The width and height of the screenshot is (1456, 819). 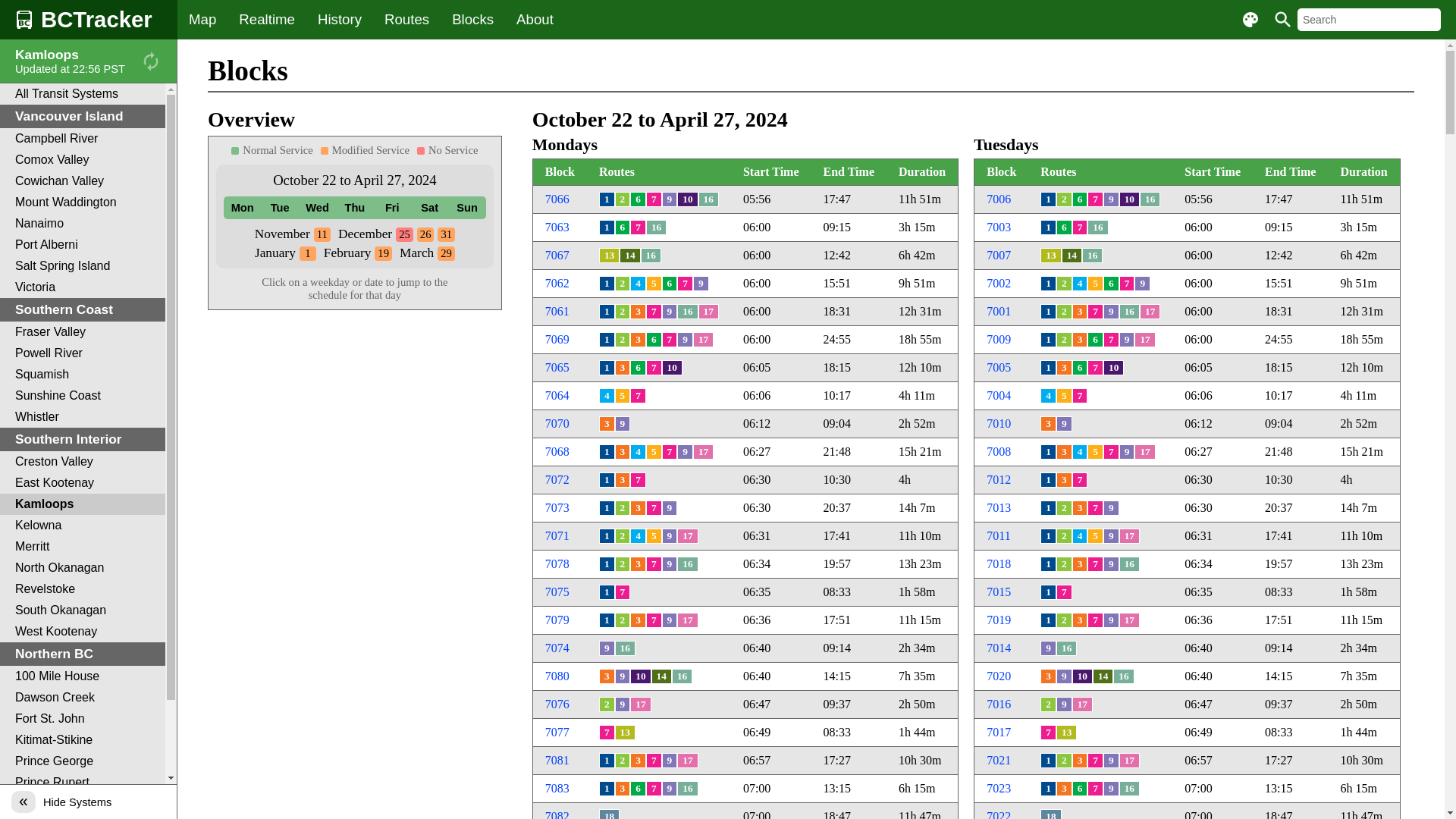 What do you see at coordinates (82, 417) in the screenshot?
I see `'Whistler'` at bounding box center [82, 417].